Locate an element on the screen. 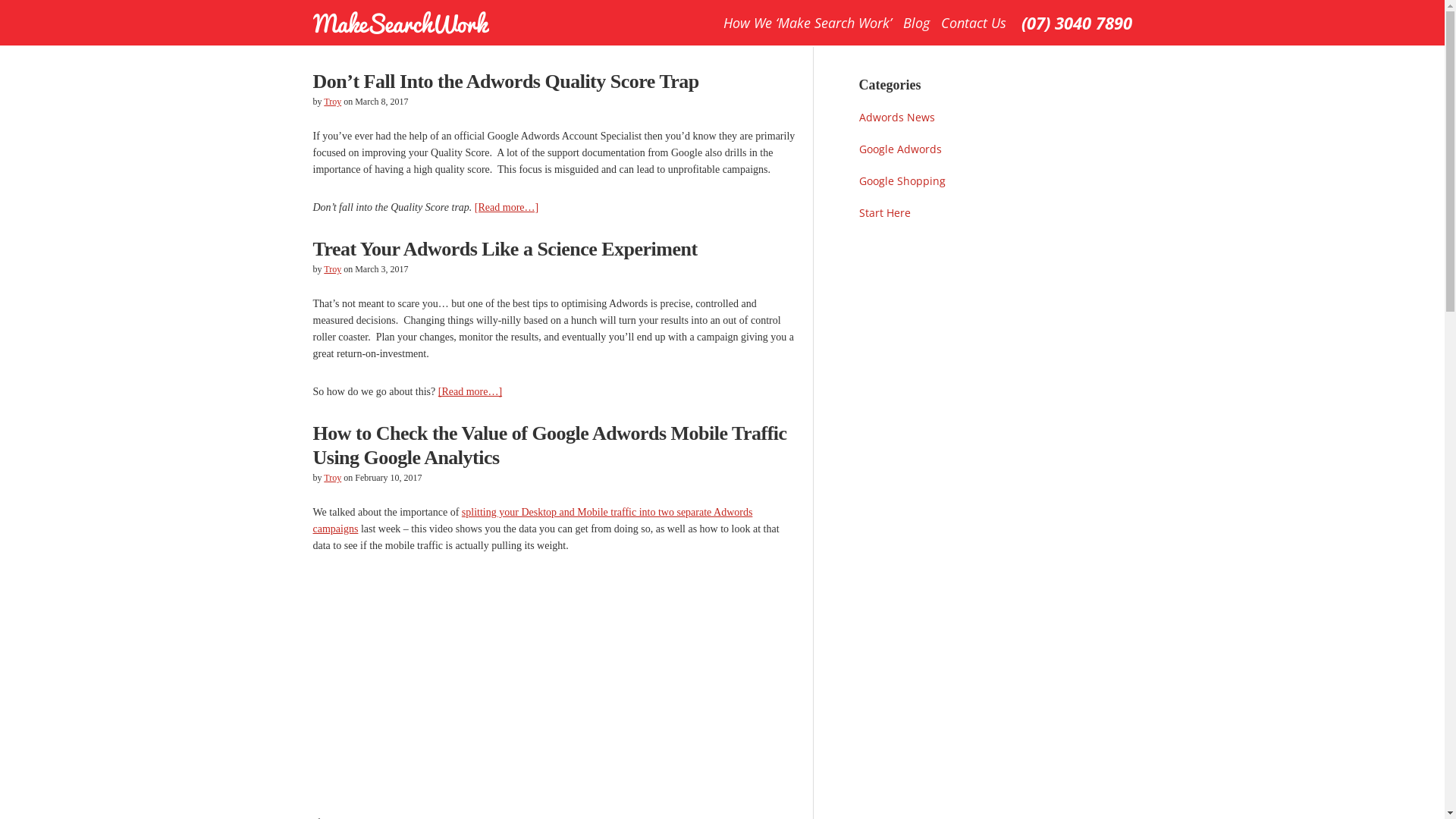 This screenshot has height=819, width=1456. 'Adwords News' is located at coordinates (896, 116).